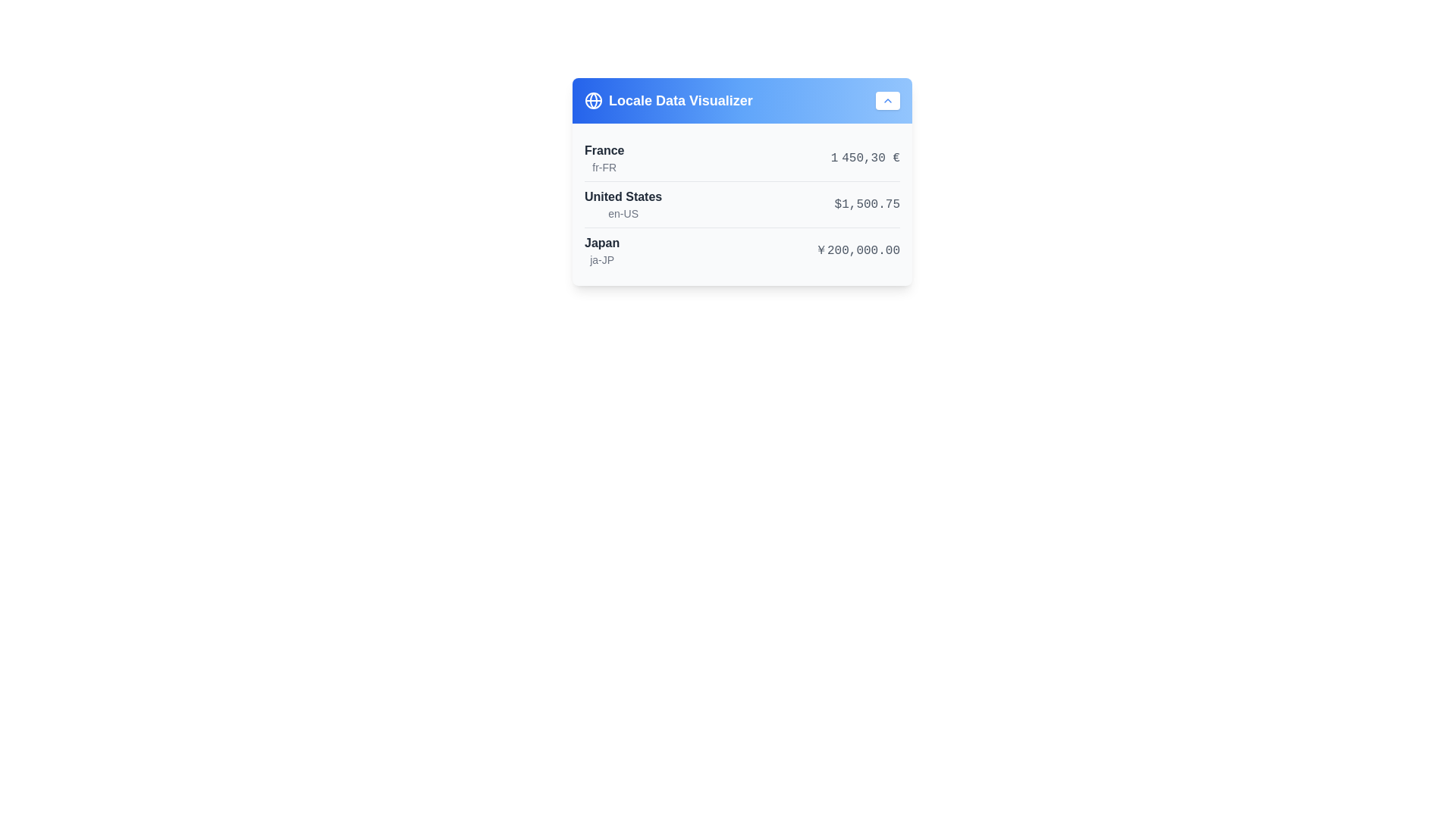 The height and width of the screenshot is (819, 1456). I want to click on the static text label indicating the locale or language setting, located in the third row of the table below the 'United States' text, so click(623, 213).